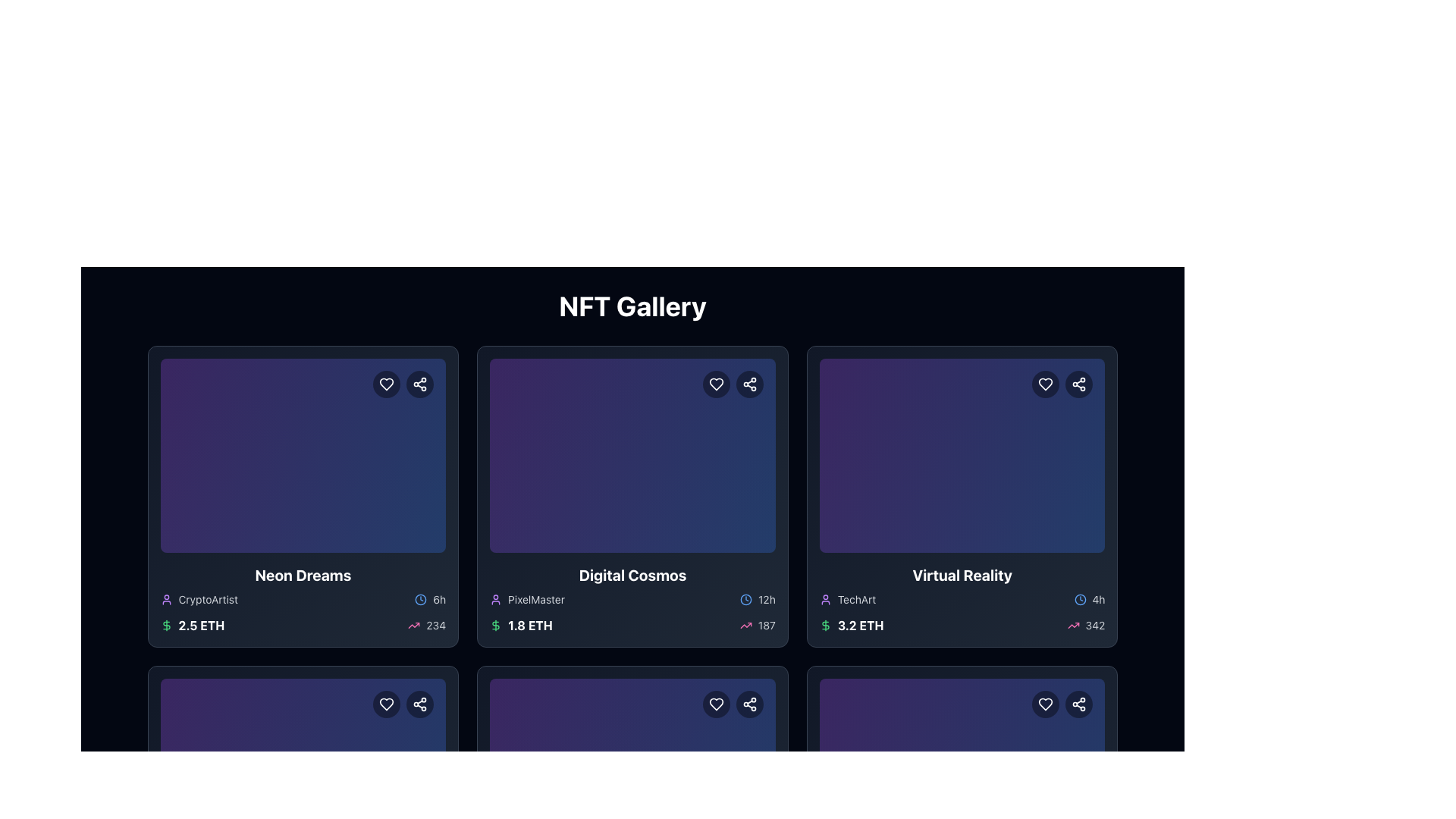 The height and width of the screenshot is (819, 1456). What do you see at coordinates (527, 598) in the screenshot?
I see `text of the User label with a small purple icon that displays 'PixelMaster' in gray color, located in the bottom left corner of the 'Digital Cosmos' card above the cryptocurrency value` at bounding box center [527, 598].